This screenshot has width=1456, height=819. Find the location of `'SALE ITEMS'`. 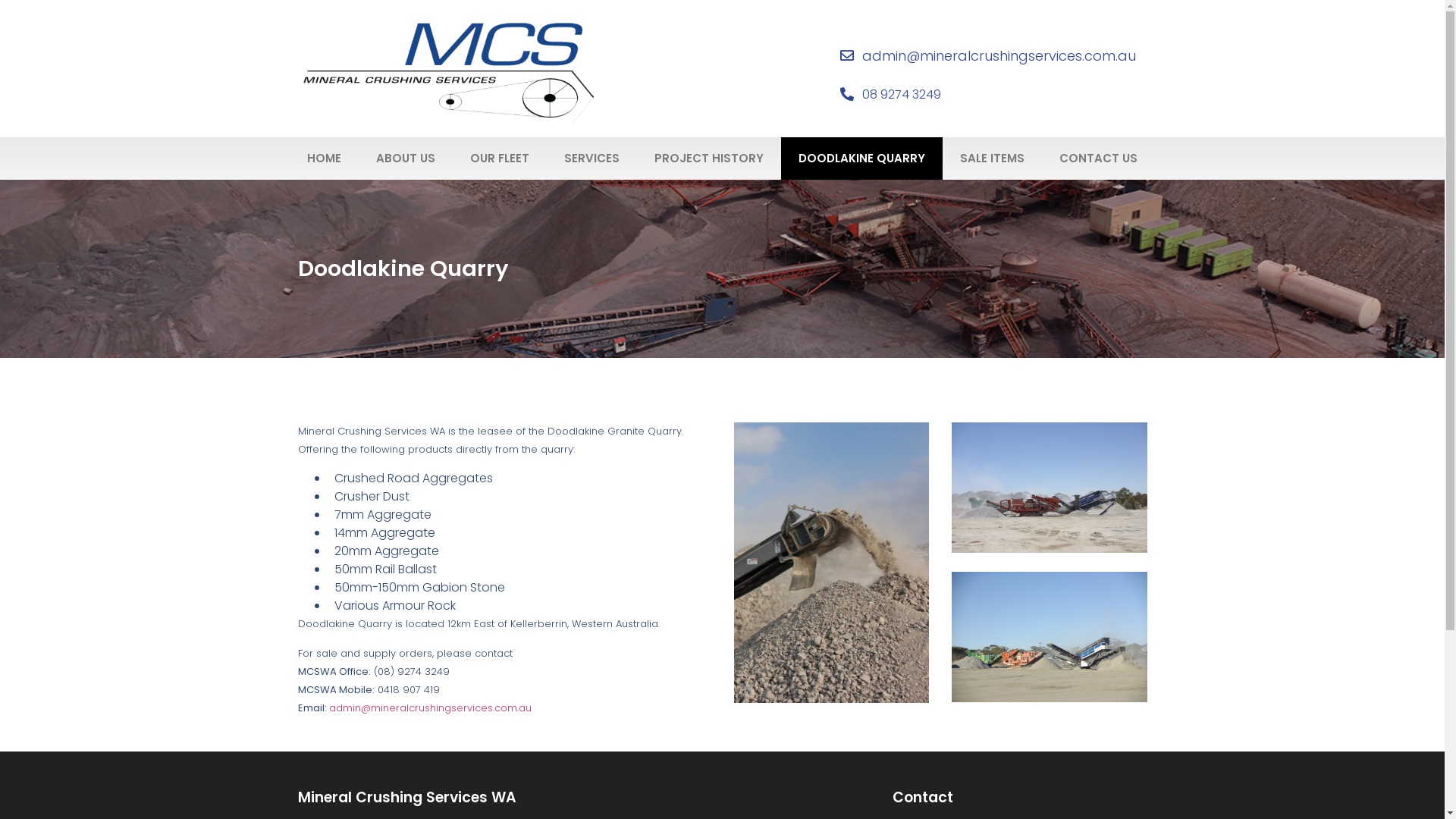

'SALE ITEMS' is located at coordinates (992, 158).